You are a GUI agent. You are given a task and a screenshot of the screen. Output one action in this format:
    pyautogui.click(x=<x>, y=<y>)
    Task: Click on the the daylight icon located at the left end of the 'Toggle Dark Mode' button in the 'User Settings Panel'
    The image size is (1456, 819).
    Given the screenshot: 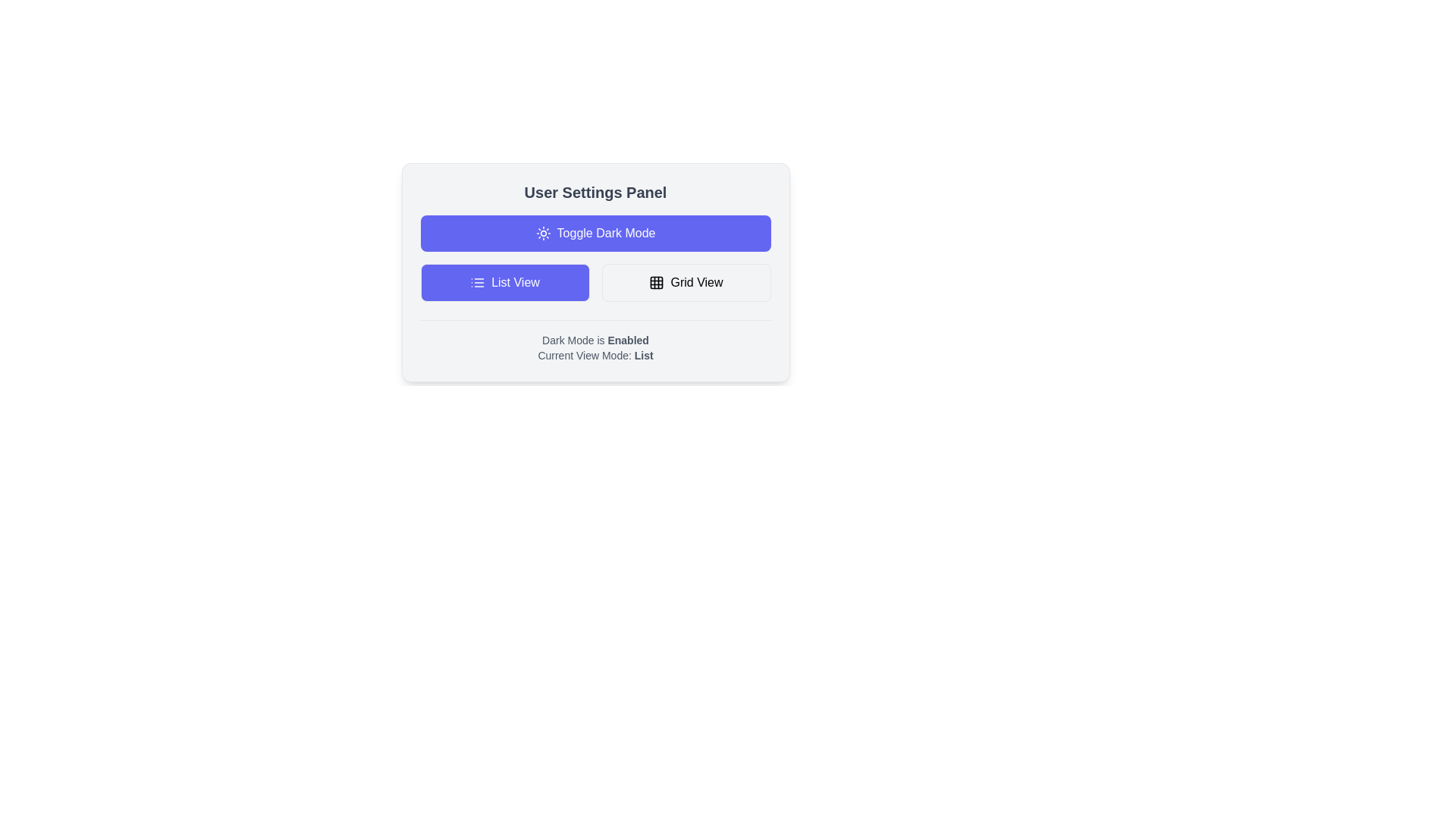 What is the action you would take?
    pyautogui.click(x=543, y=234)
    